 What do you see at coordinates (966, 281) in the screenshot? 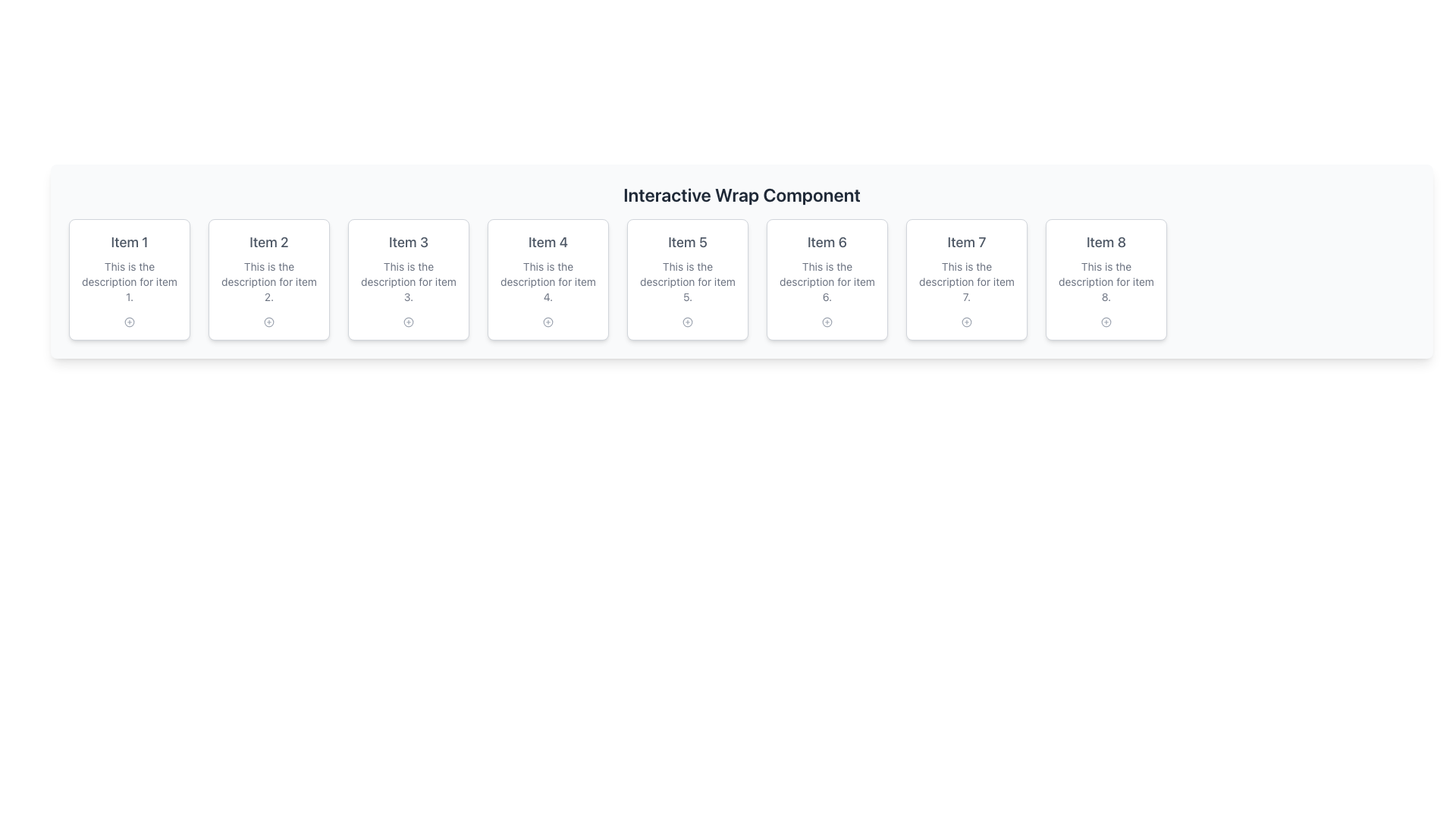
I see `the static text element providing additional information related to 'Item 7', located in the center of the seventh card below the title and above the icon` at bounding box center [966, 281].